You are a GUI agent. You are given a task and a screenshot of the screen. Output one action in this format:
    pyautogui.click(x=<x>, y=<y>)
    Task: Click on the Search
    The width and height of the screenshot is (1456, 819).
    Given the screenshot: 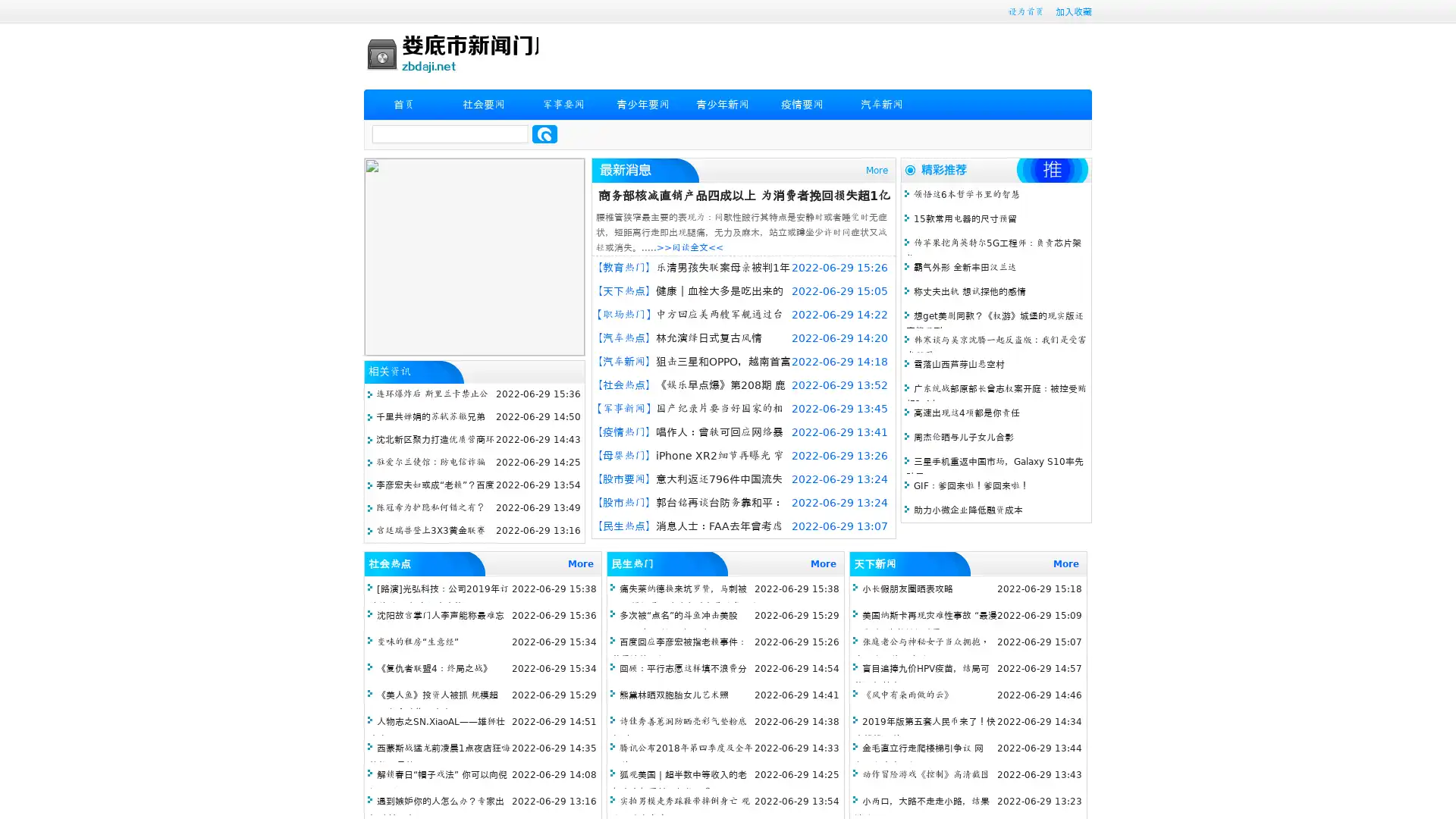 What is the action you would take?
    pyautogui.click(x=544, y=133)
    